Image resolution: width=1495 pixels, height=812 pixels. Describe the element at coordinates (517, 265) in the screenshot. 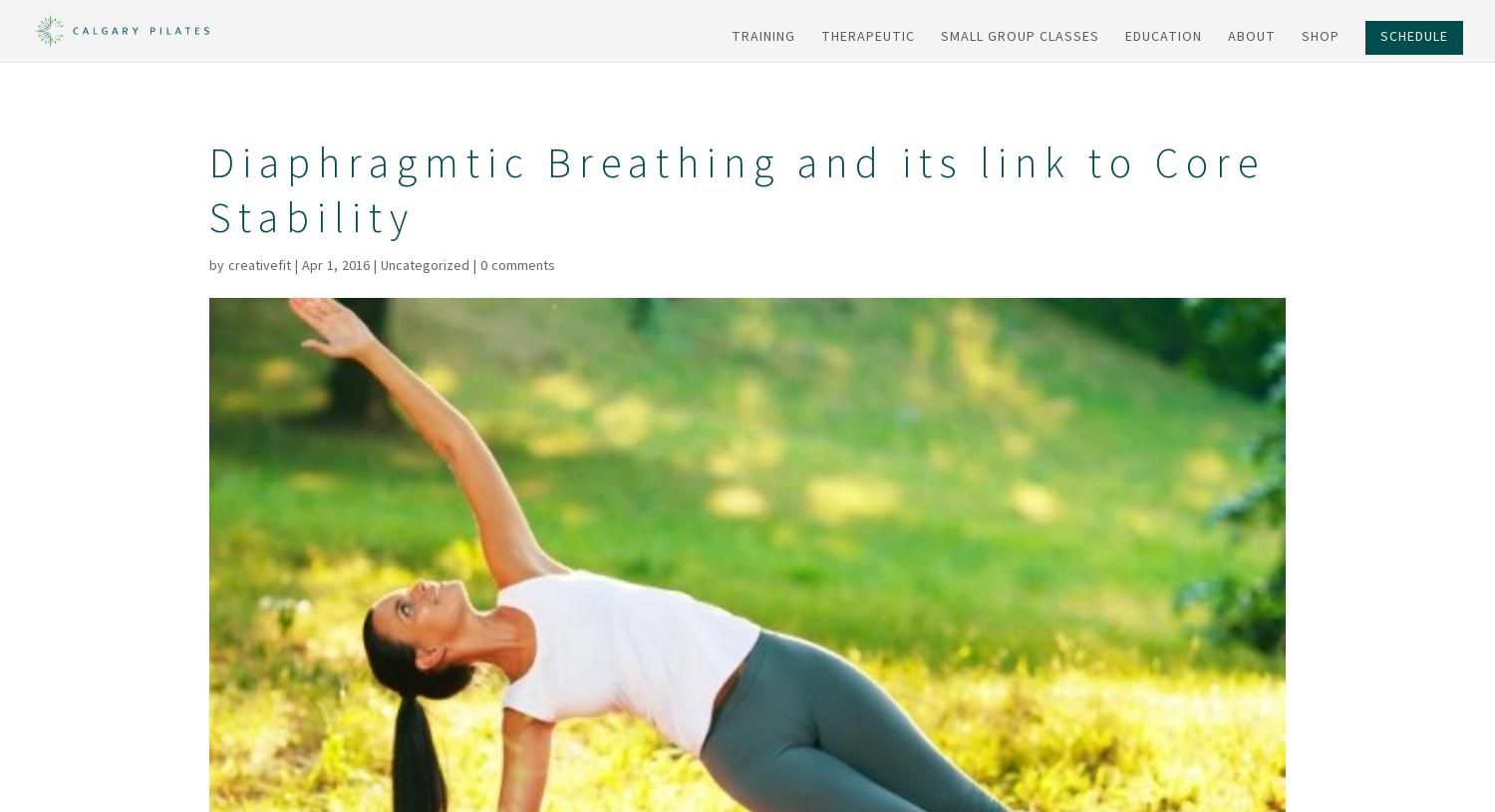

I see `'0 comments'` at that location.